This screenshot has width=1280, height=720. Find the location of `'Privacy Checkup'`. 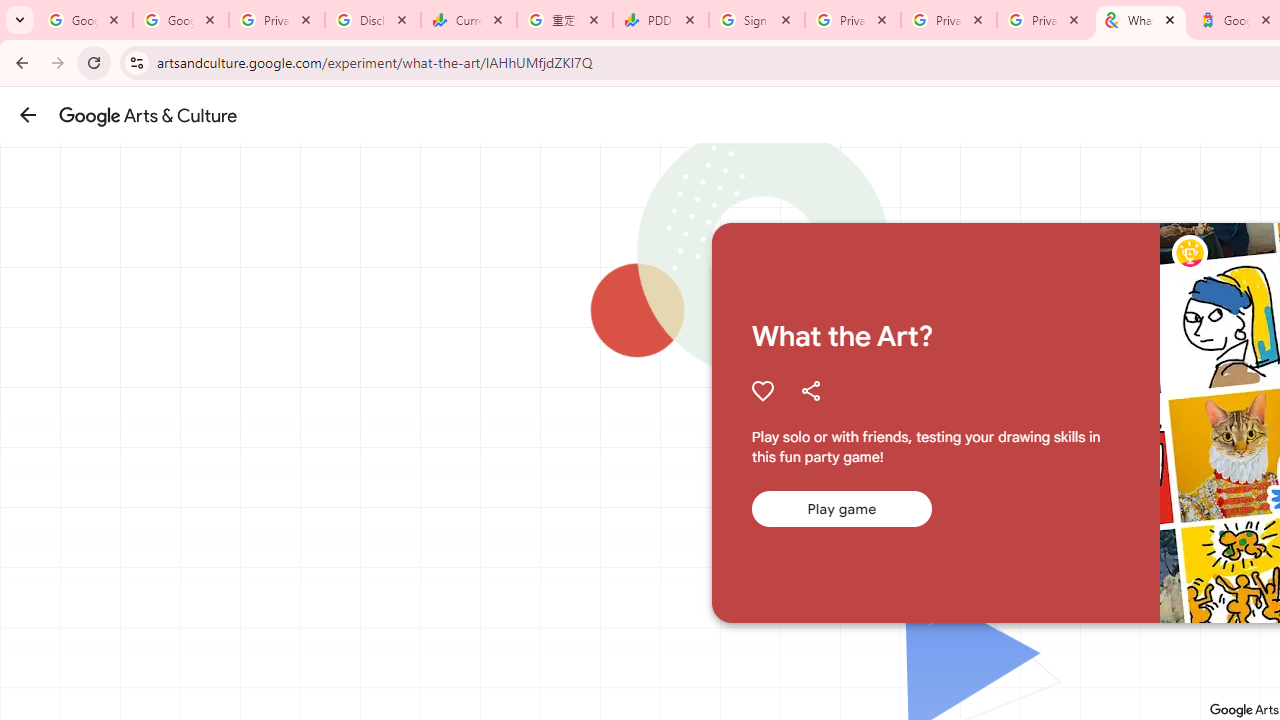

'Privacy Checkup' is located at coordinates (948, 20).